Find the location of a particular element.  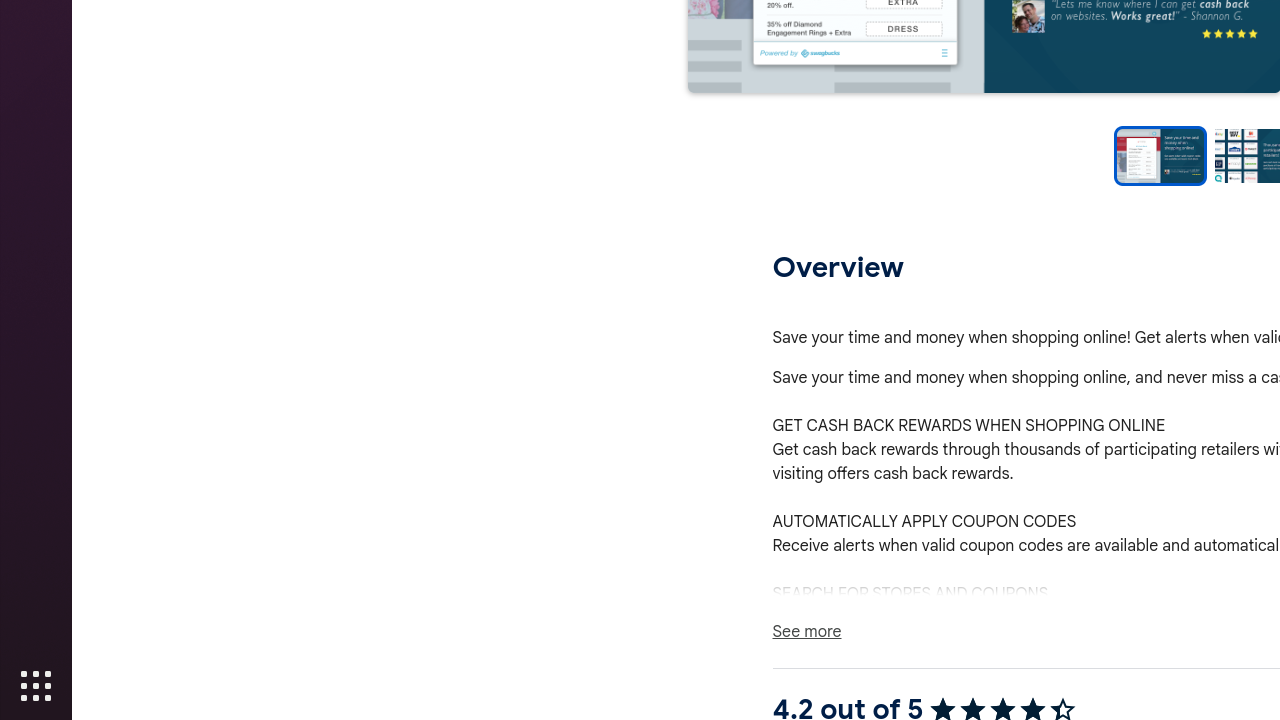

'Show Applications' is located at coordinates (35, 685).